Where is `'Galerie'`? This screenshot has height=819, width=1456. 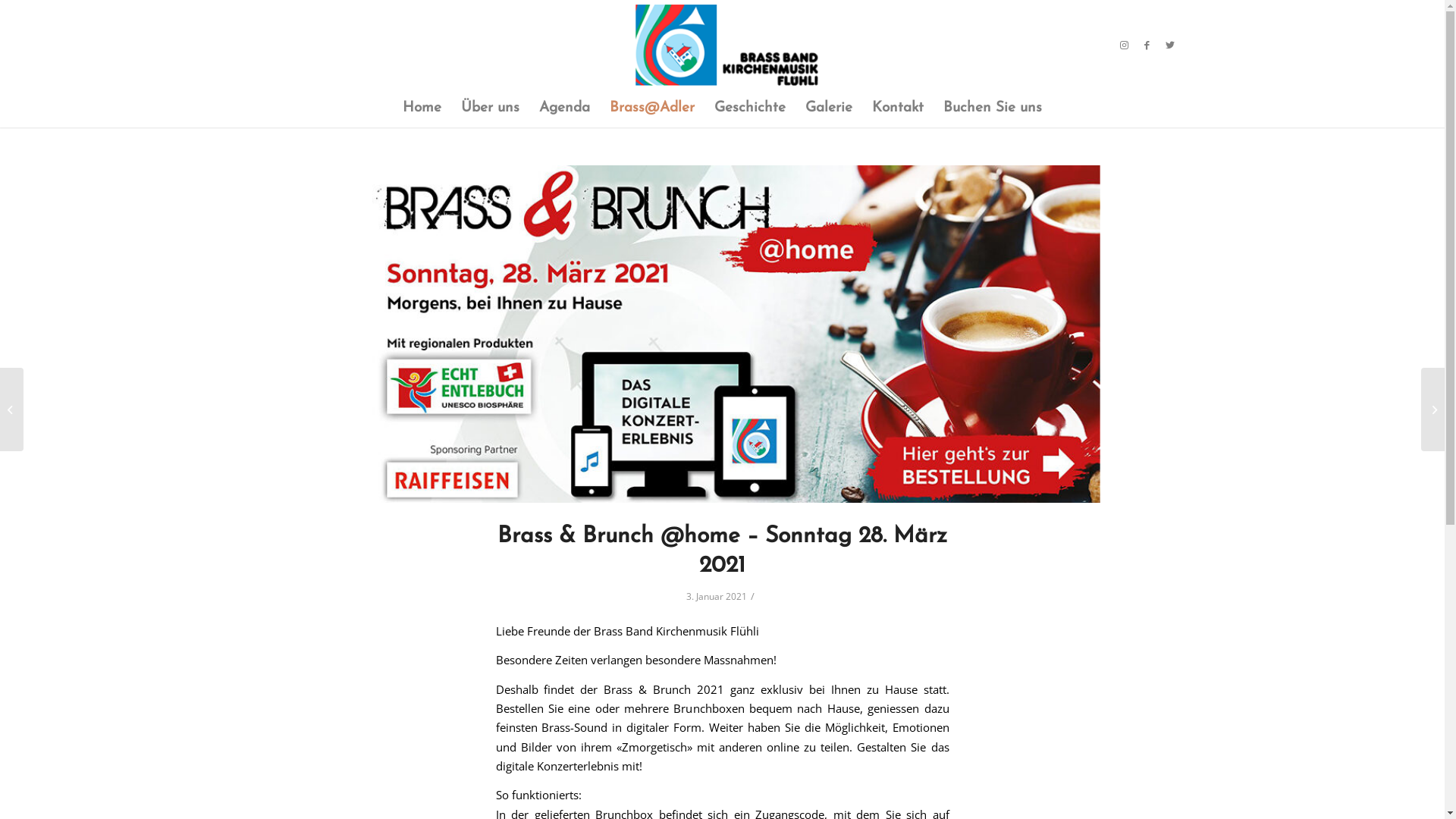 'Galerie' is located at coordinates (828, 107).